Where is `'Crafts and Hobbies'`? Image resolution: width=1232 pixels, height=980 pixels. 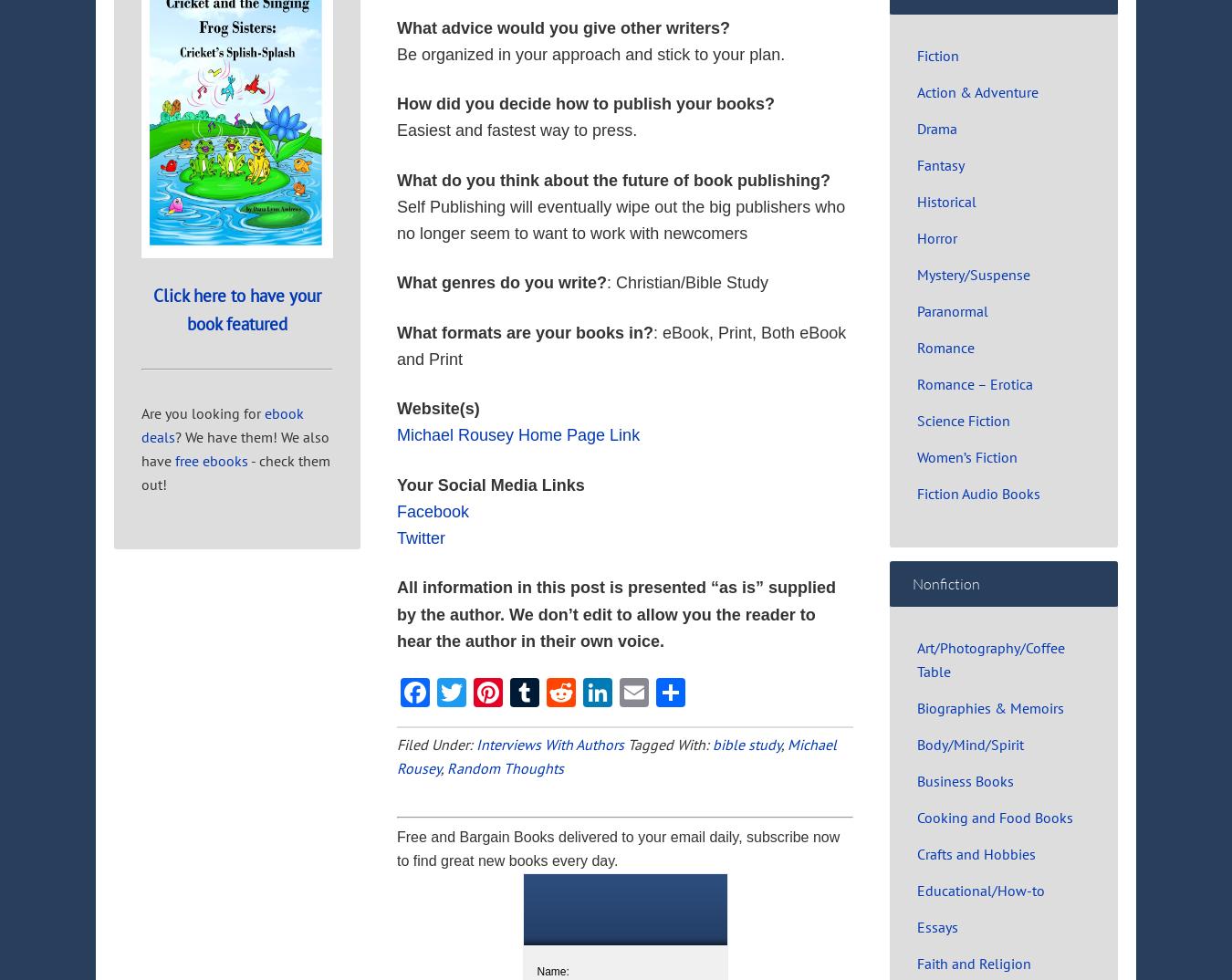
'Crafts and Hobbies' is located at coordinates (976, 853).